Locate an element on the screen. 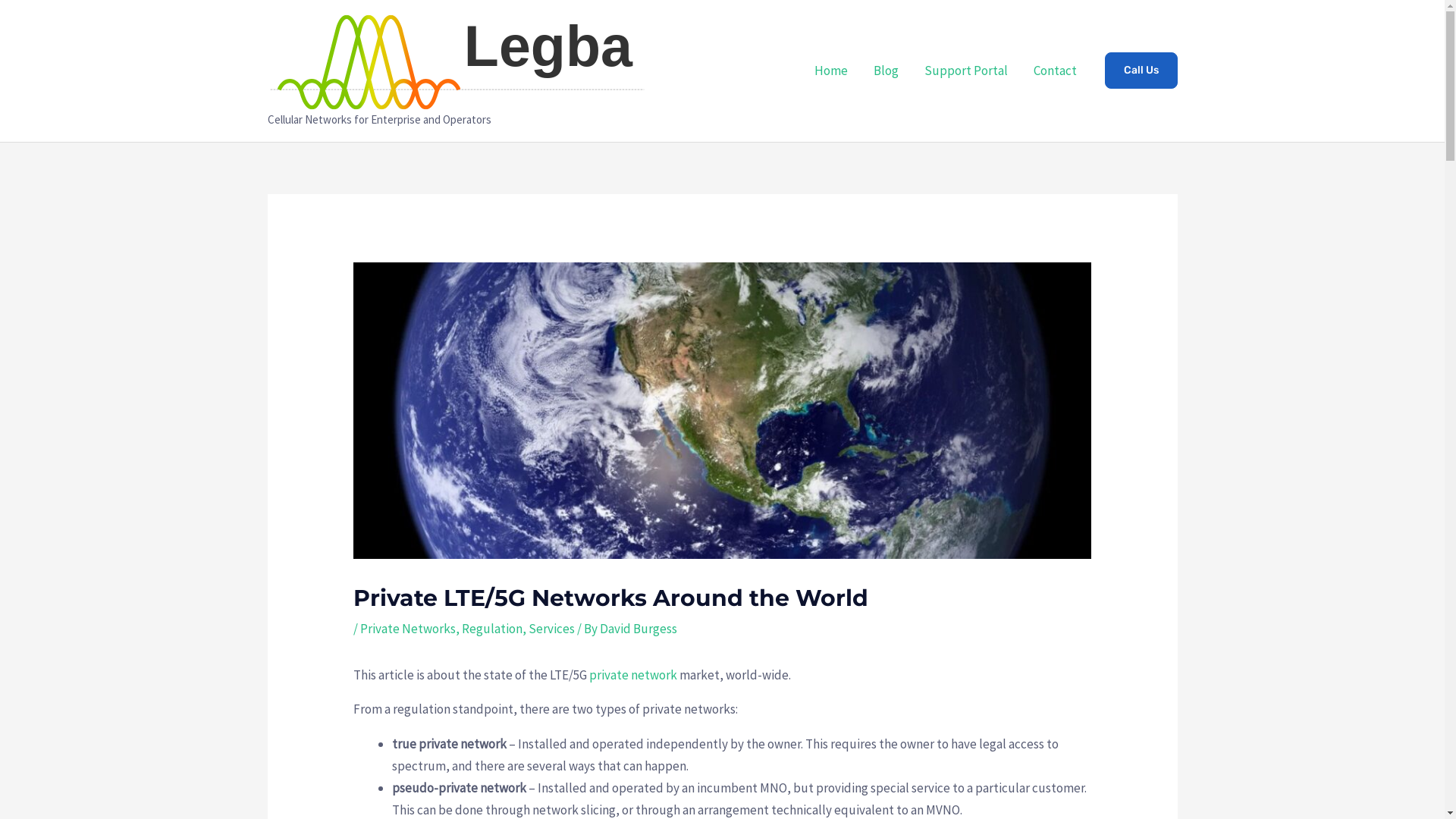 This screenshot has height=819, width=1456. 'Private Networks' is located at coordinates (407, 629).